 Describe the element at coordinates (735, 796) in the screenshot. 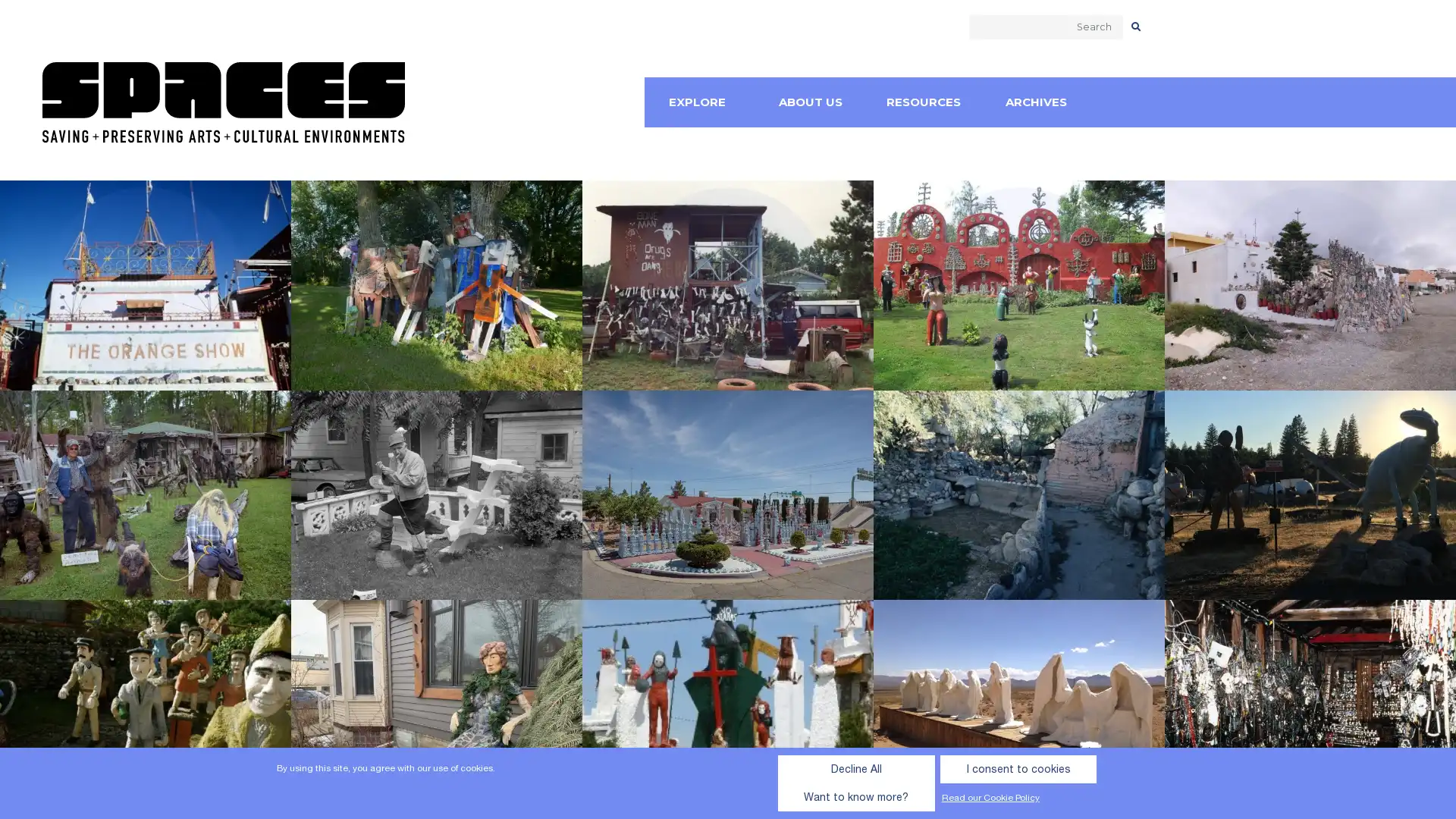

I see `Decline All` at that location.